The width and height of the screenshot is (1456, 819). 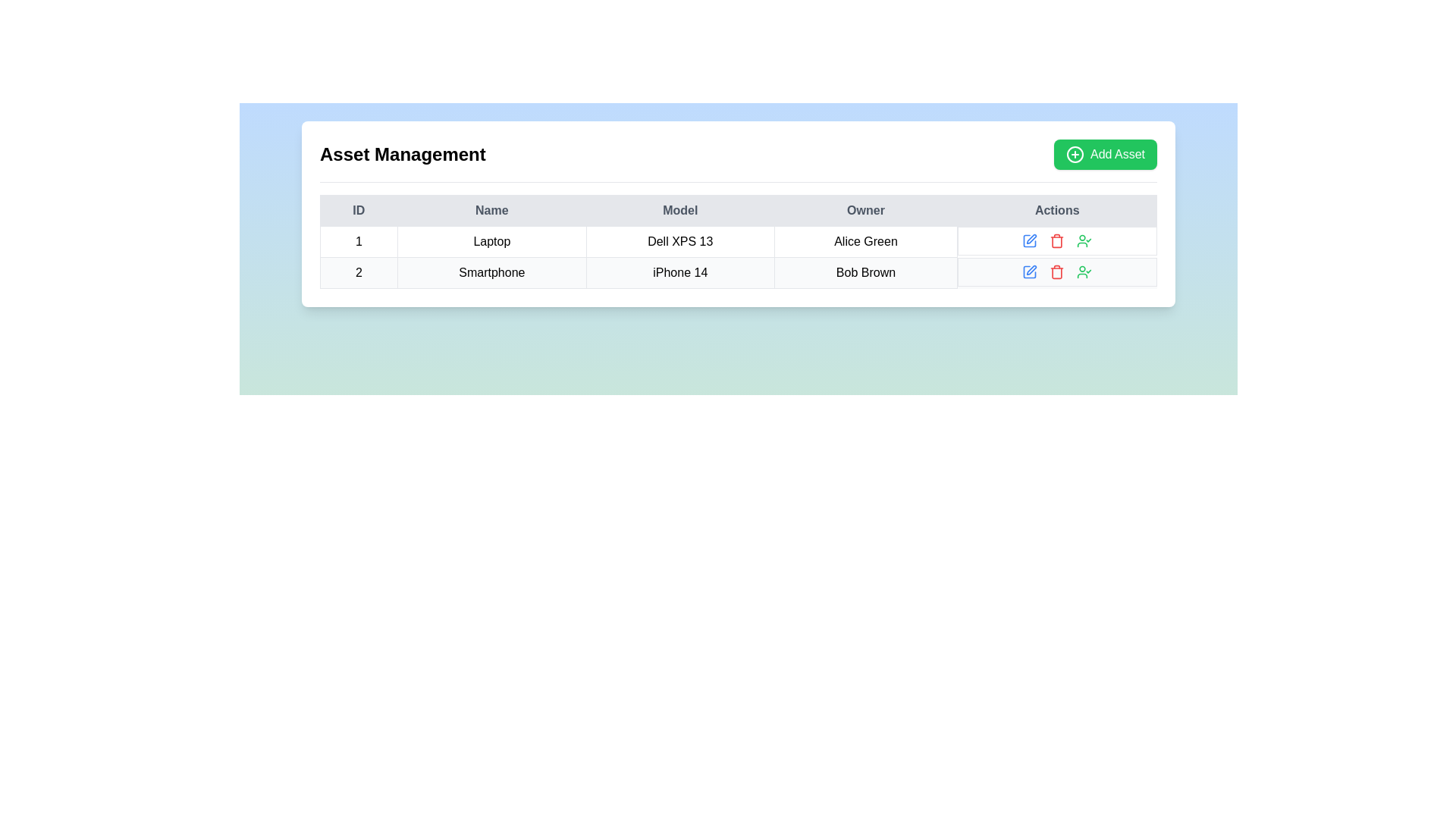 What do you see at coordinates (1084, 240) in the screenshot?
I see `the Icon in the second row of the table under the 'Actions' column, which is the fourth element among its siblings, to indicate or confirm a selected user-related action` at bounding box center [1084, 240].